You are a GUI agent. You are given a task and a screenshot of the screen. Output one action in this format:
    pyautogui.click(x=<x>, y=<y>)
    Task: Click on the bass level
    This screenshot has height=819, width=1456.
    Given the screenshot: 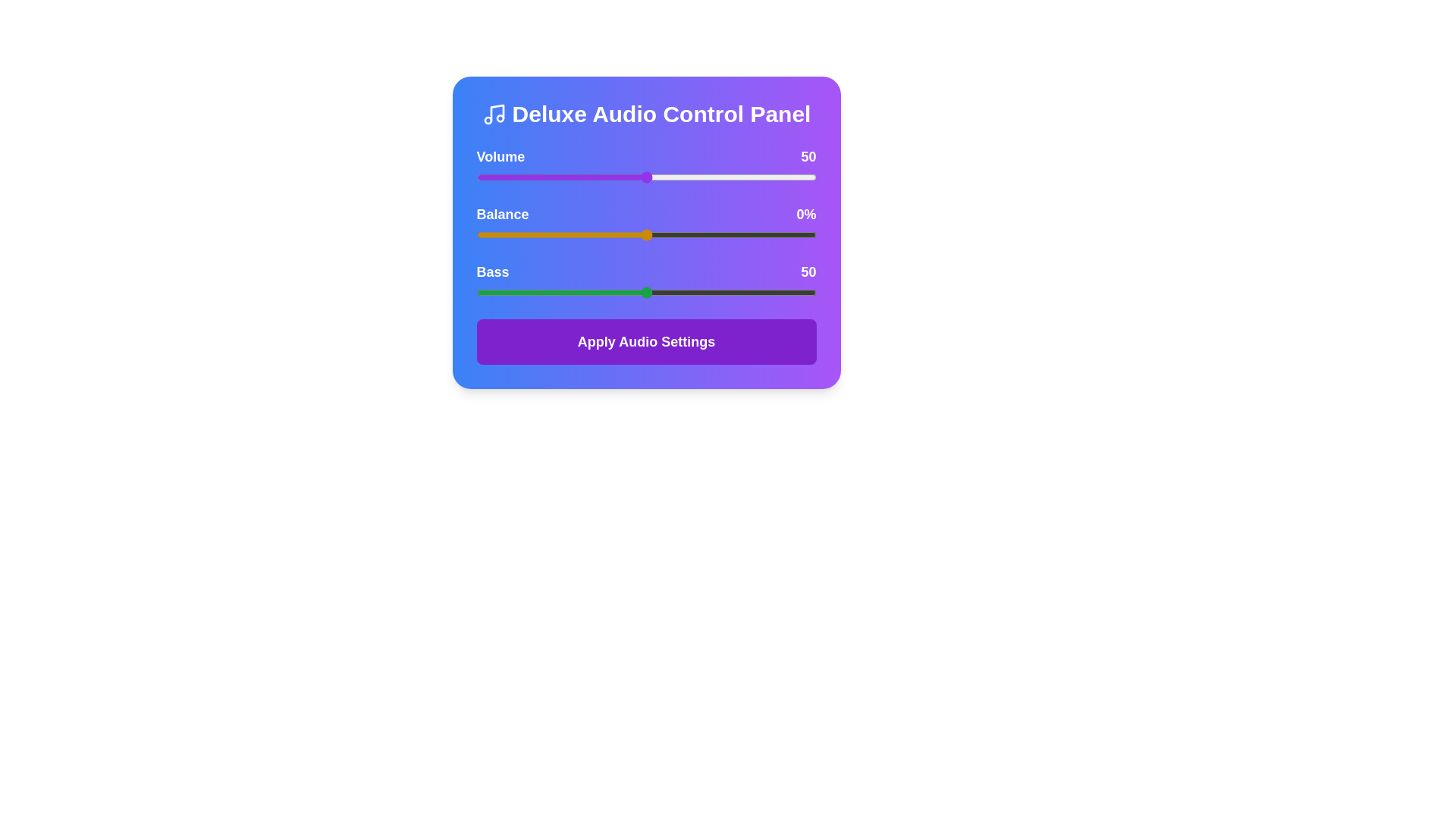 What is the action you would take?
    pyautogui.click(x=524, y=292)
    